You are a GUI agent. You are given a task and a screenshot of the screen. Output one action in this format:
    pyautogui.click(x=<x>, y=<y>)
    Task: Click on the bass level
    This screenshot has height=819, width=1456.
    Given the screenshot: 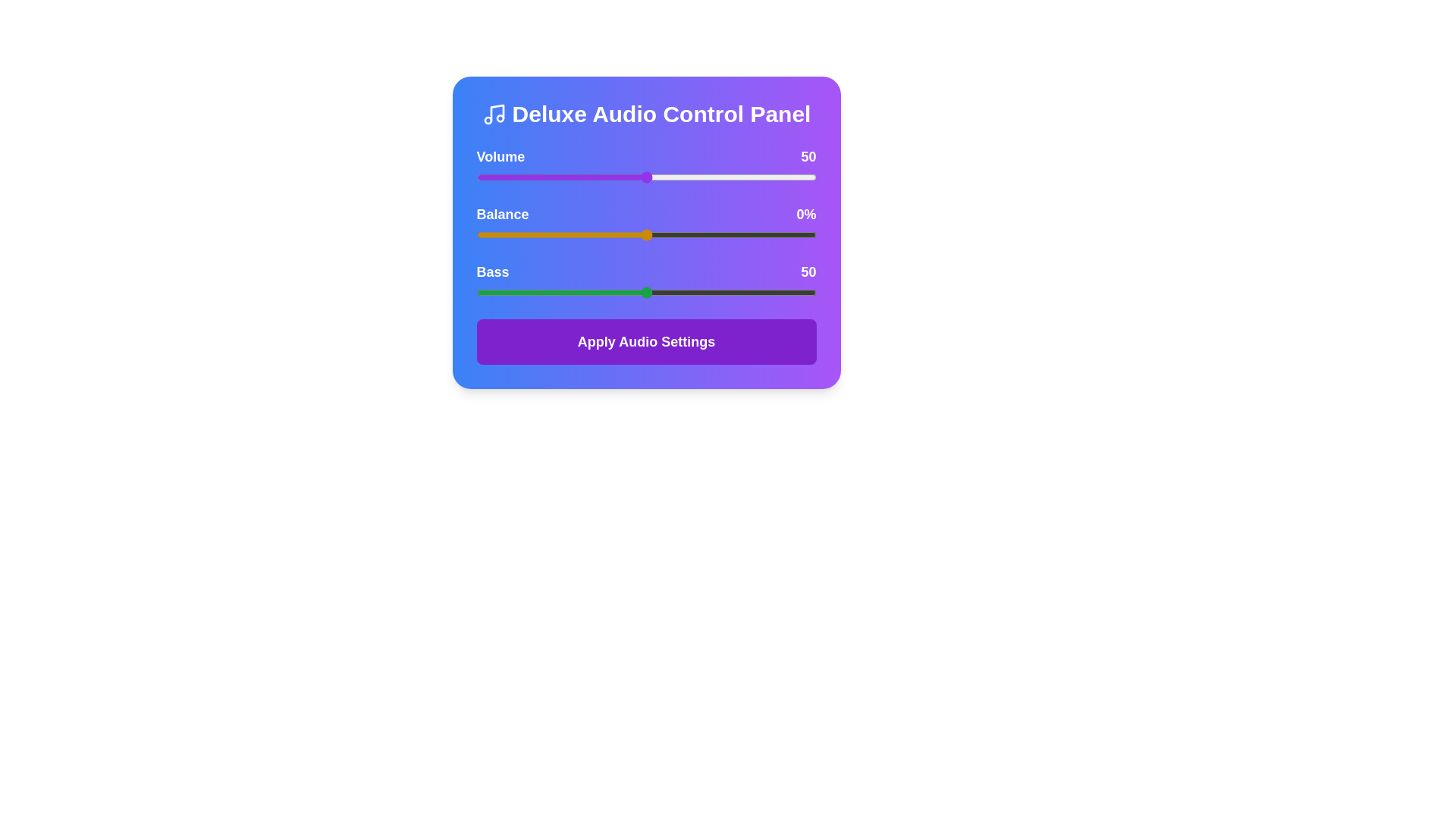 What is the action you would take?
    pyautogui.click(x=524, y=292)
    